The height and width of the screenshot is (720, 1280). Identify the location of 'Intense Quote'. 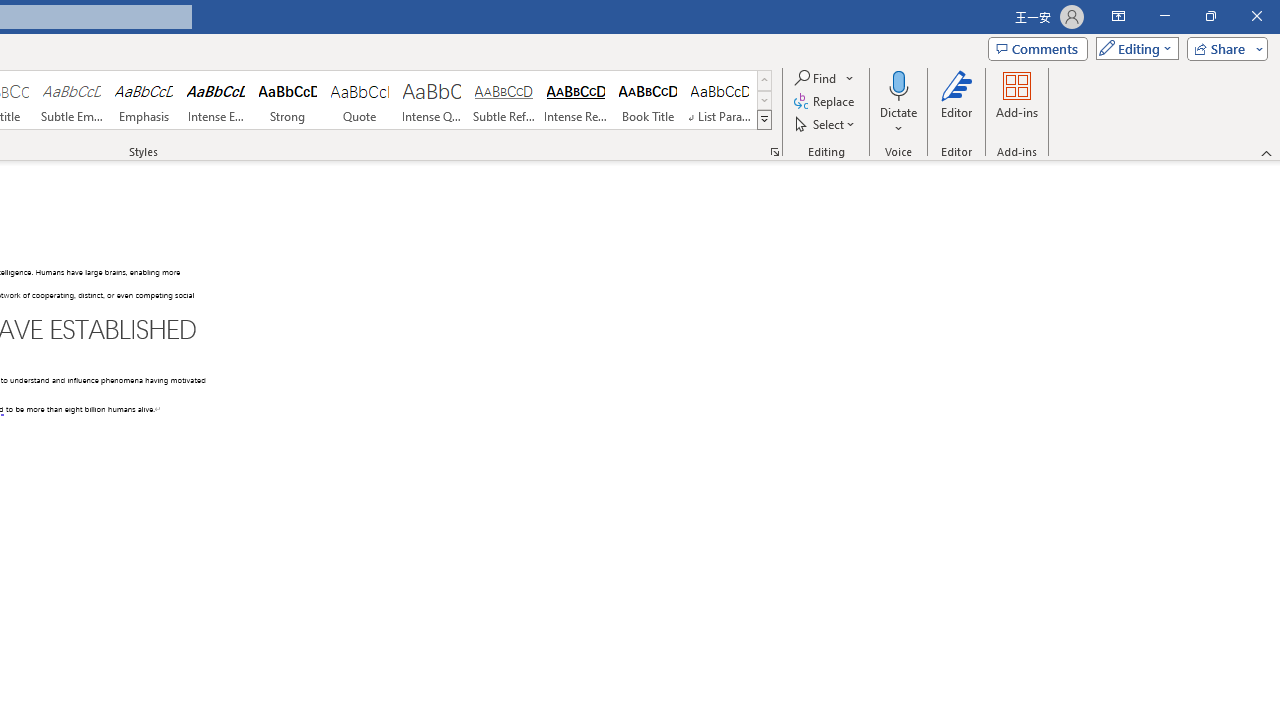
(431, 100).